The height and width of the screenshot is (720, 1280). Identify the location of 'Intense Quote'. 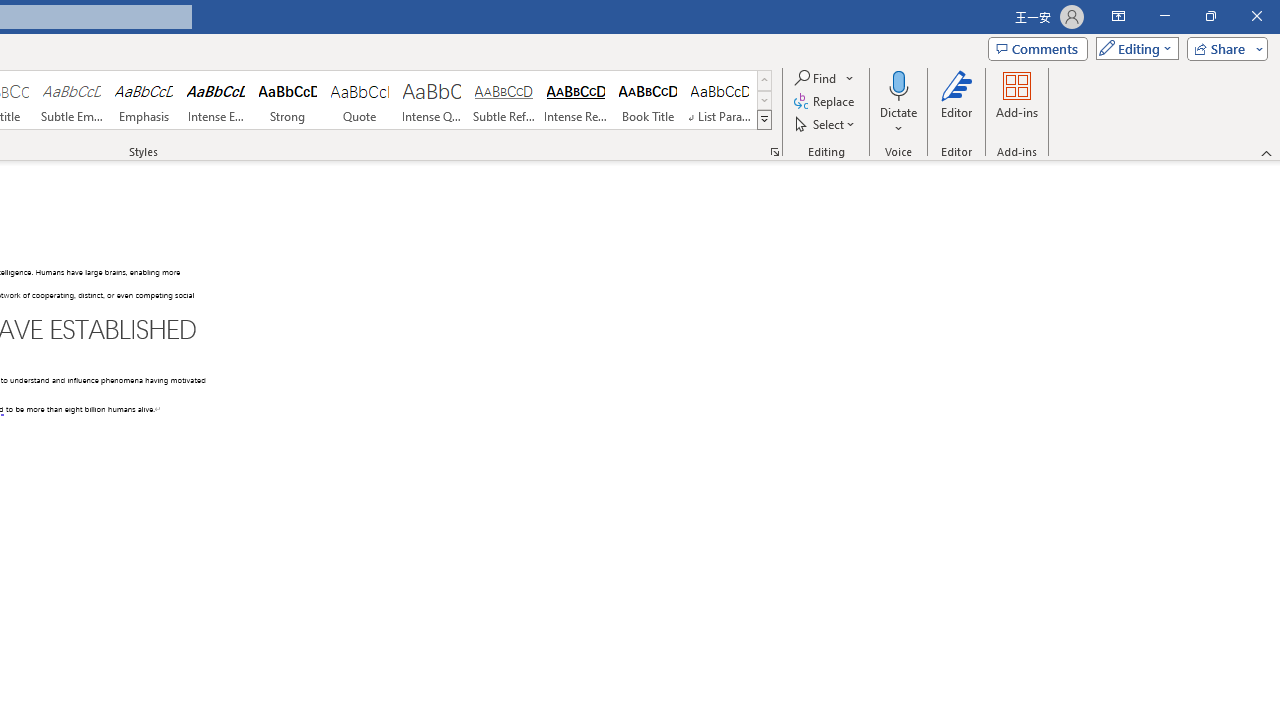
(431, 100).